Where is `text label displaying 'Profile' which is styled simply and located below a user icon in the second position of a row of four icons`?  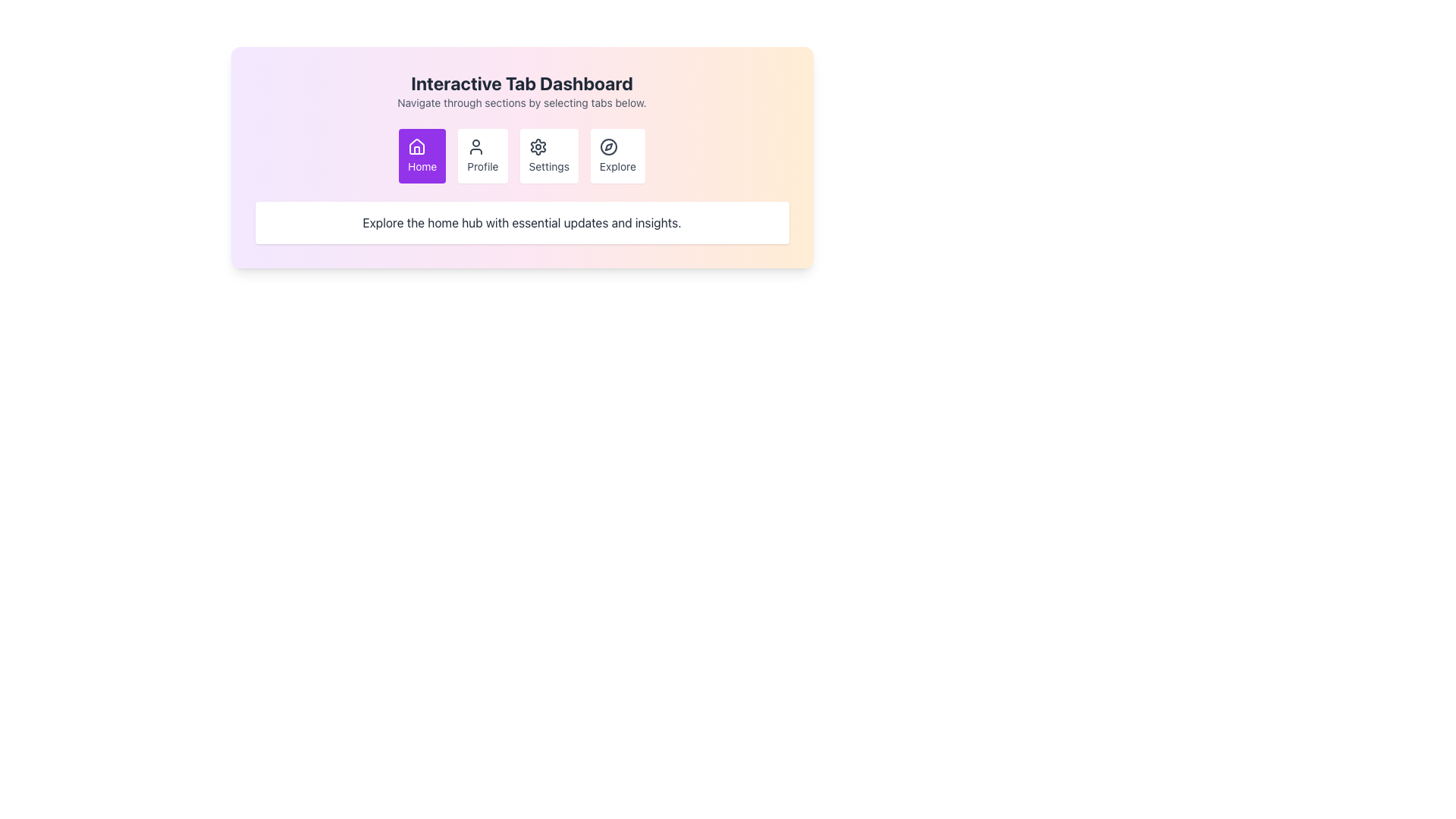 text label displaying 'Profile' which is styled simply and located below a user icon in the second position of a row of four icons is located at coordinates (482, 166).